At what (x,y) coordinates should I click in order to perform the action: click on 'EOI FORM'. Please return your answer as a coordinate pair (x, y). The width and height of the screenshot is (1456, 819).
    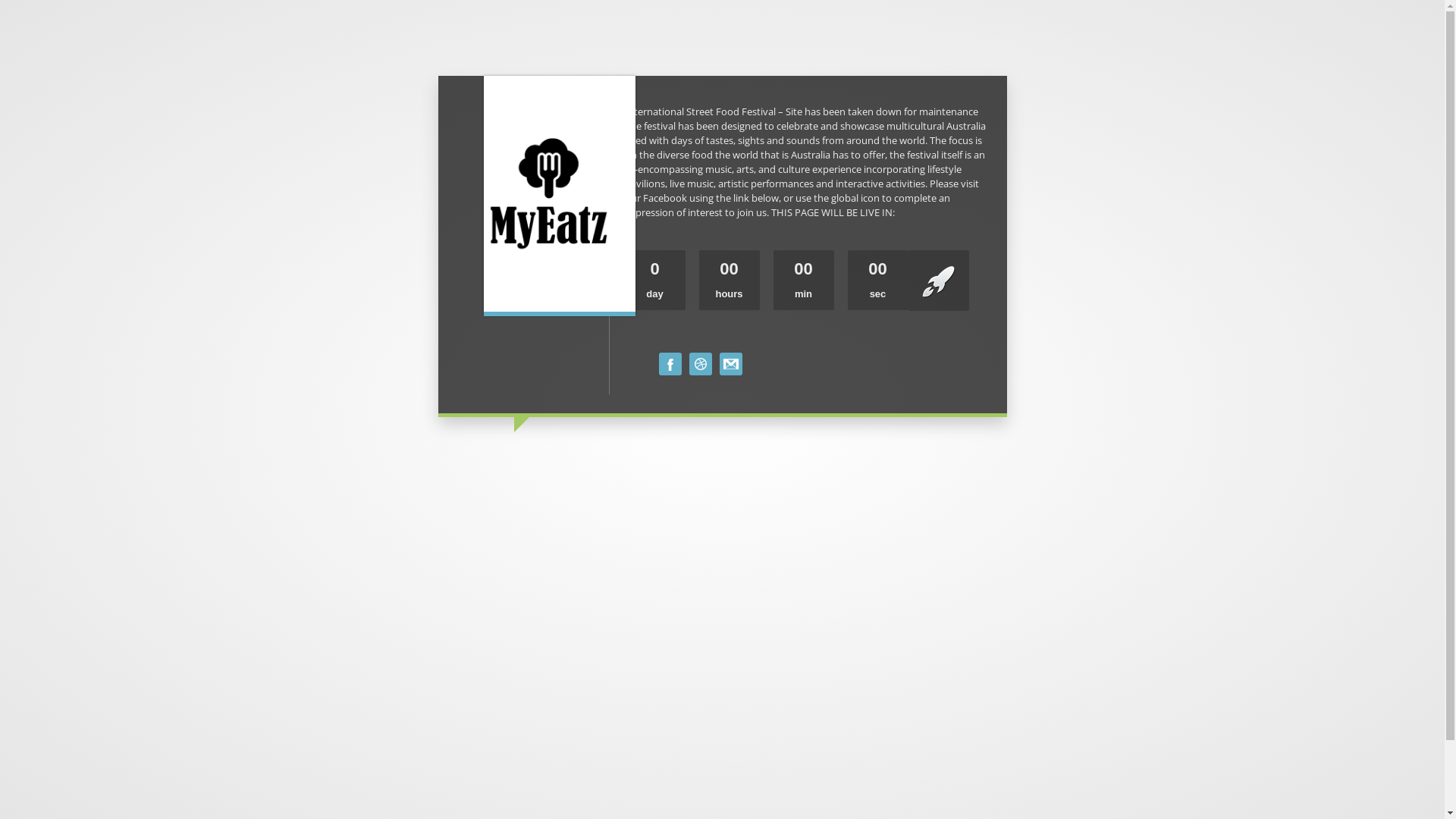
    Looking at the image, I should click on (698, 363).